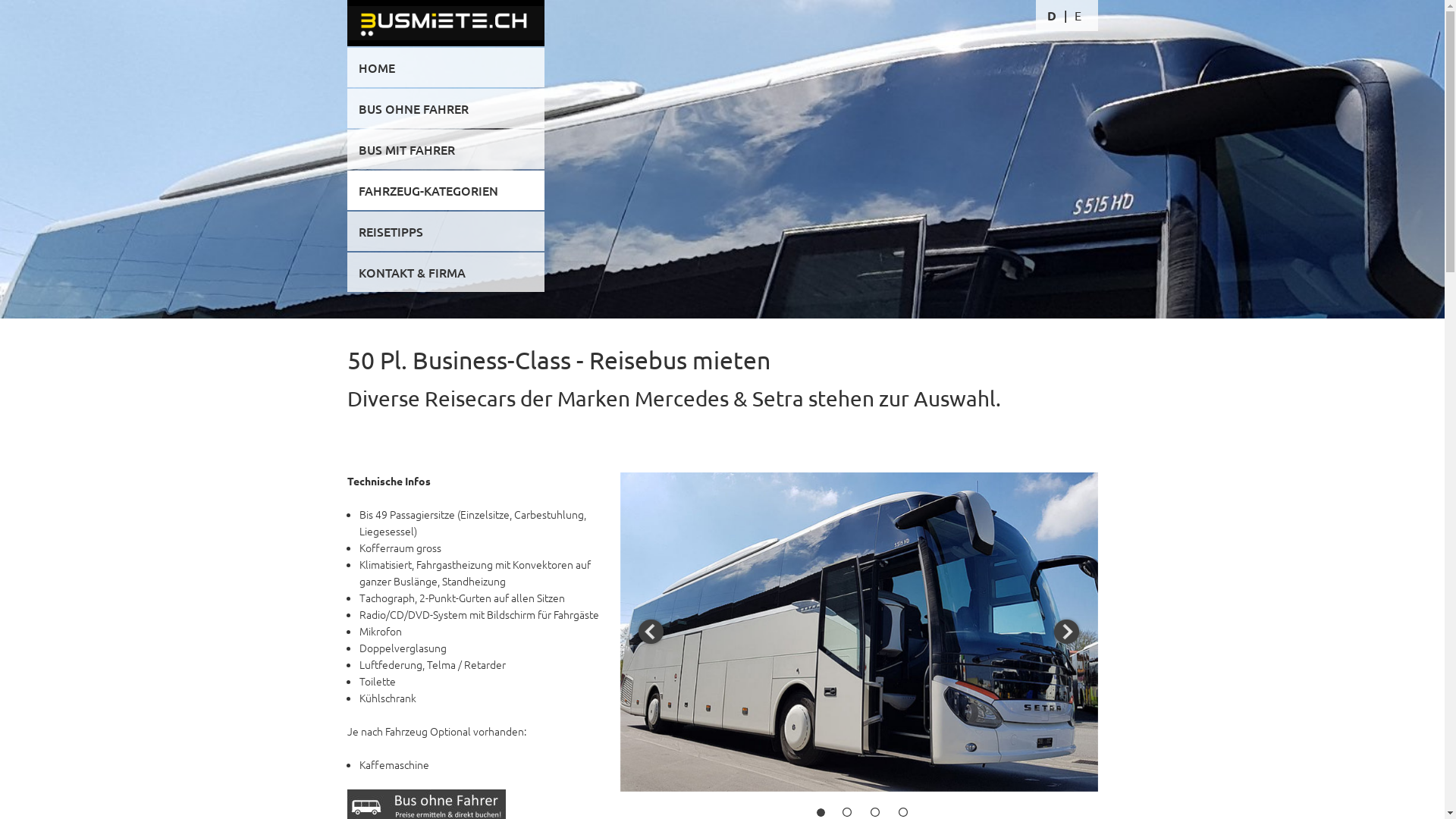 Image resolution: width=1456 pixels, height=819 pixels. Describe the element at coordinates (445, 66) in the screenshot. I see `'HOME'` at that location.